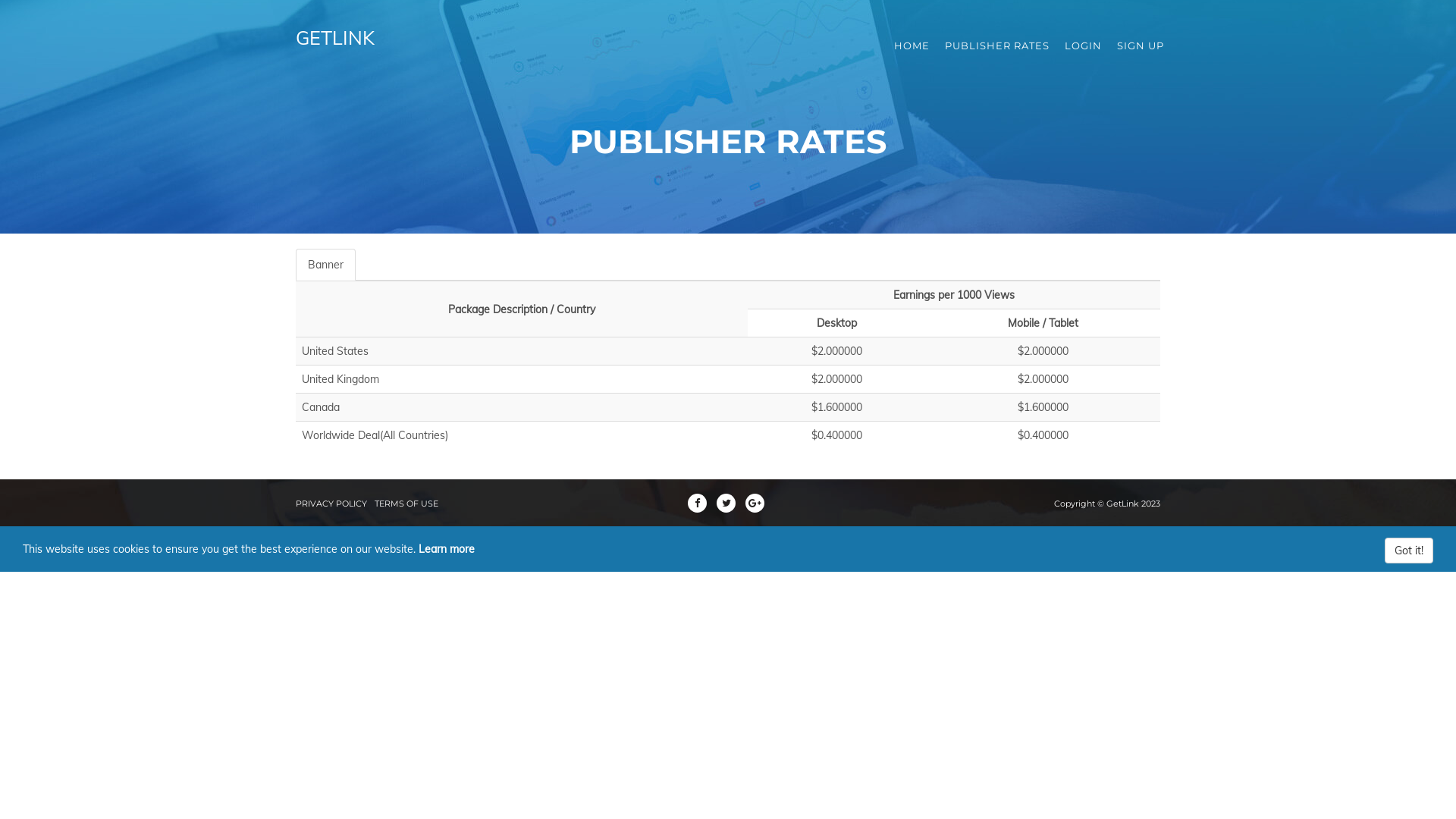  What do you see at coordinates (375, 503) in the screenshot?
I see `'TERMS OF USE'` at bounding box center [375, 503].